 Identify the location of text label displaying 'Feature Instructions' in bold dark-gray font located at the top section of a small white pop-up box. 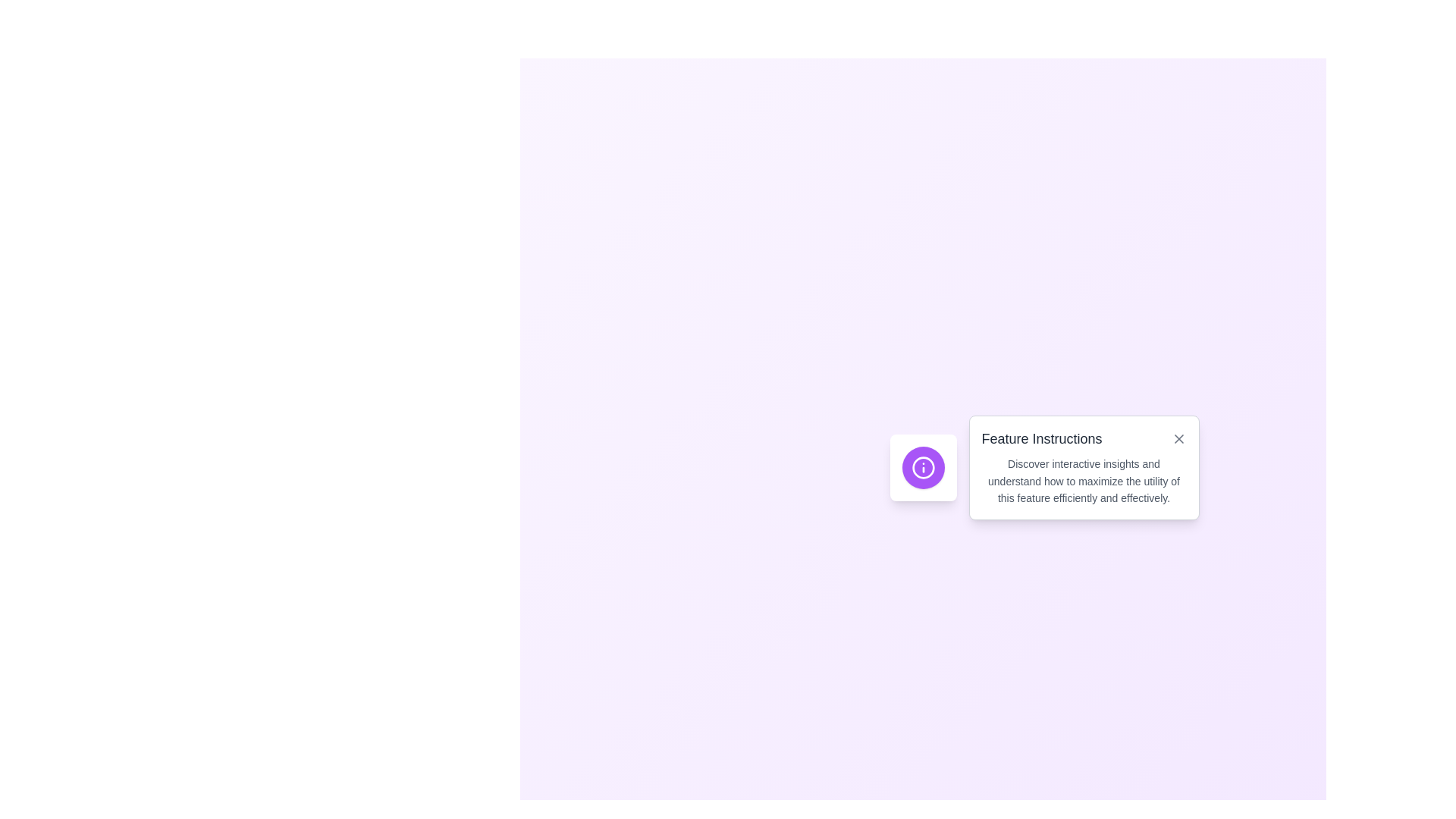
(1040, 438).